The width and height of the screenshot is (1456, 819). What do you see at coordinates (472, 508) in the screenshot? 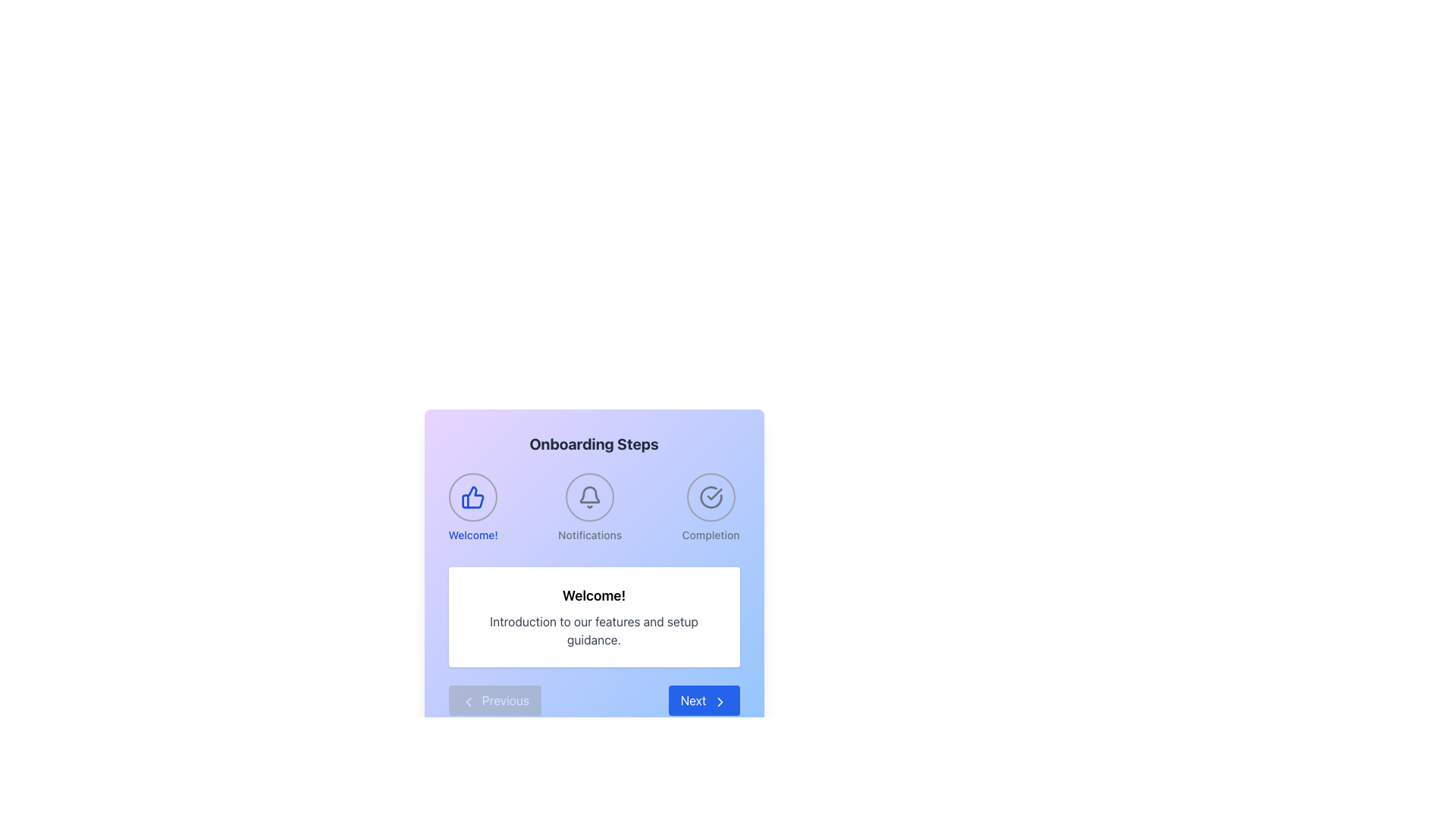
I see `text content of the first onboarding step indicator, which features a blue thumbs-up icon and the label 'Welcome!' positioned at the leftmost side of the 'Onboarding Steps' section` at bounding box center [472, 508].